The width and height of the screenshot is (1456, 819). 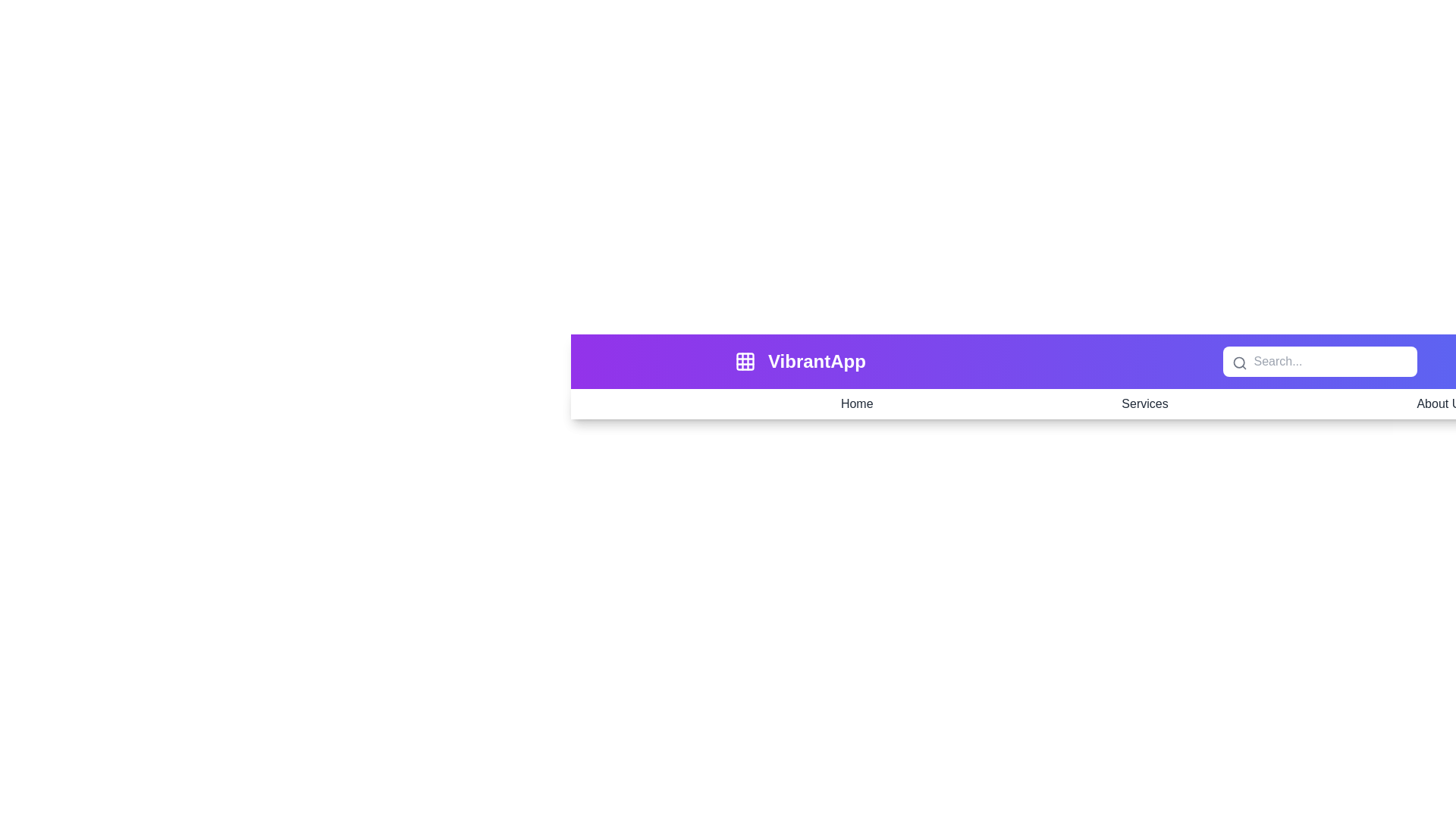 I want to click on the navigation item About Us, so click(x=1441, y=403).